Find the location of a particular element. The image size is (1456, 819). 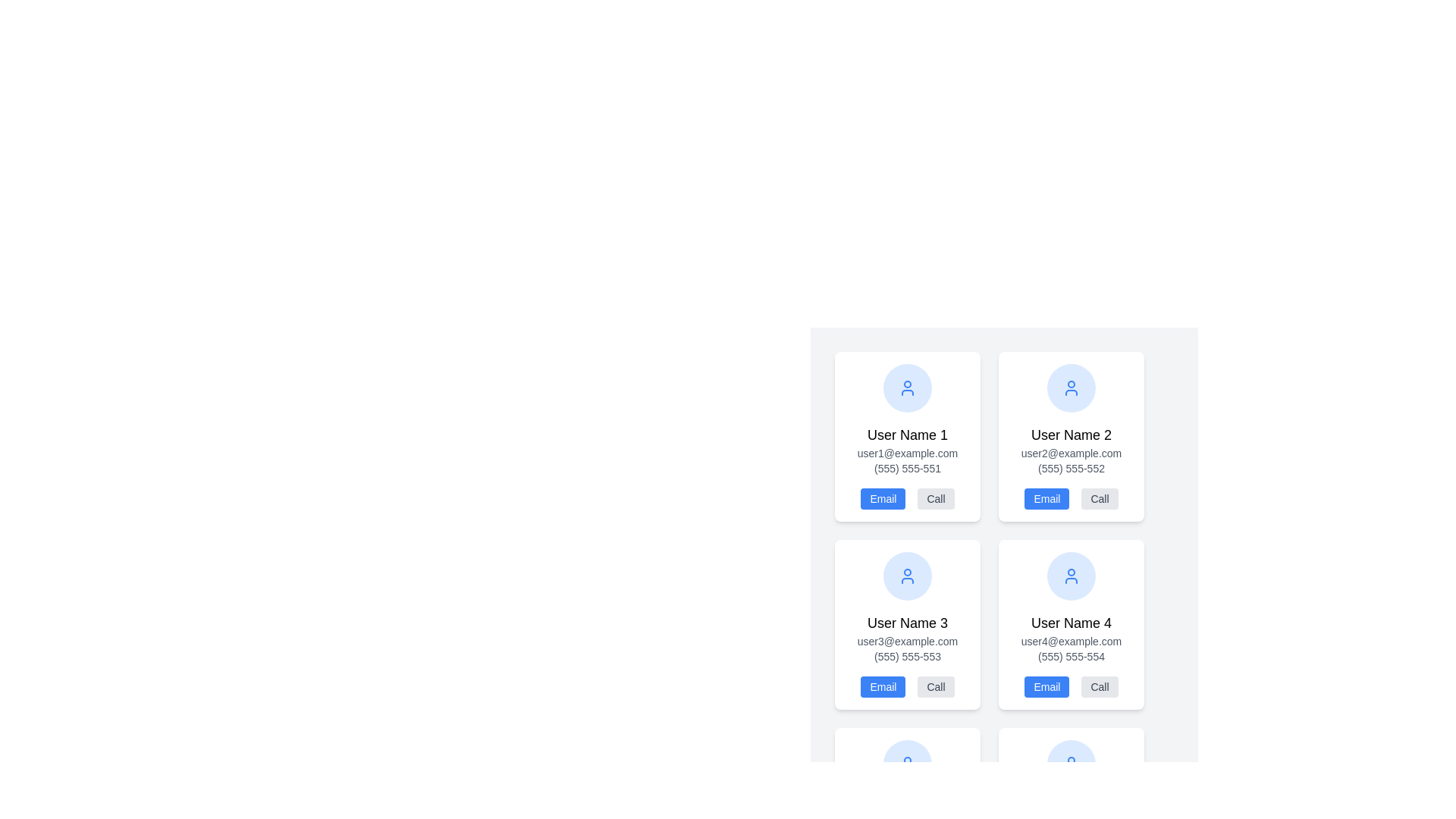

the circular static icon with a light blue background and user profile outline, located above the text 'User Name 2', 'user2@example.com', and '(555) 555-552', in the second column of a 2x2 grid is located at coordinates (1070, 388).